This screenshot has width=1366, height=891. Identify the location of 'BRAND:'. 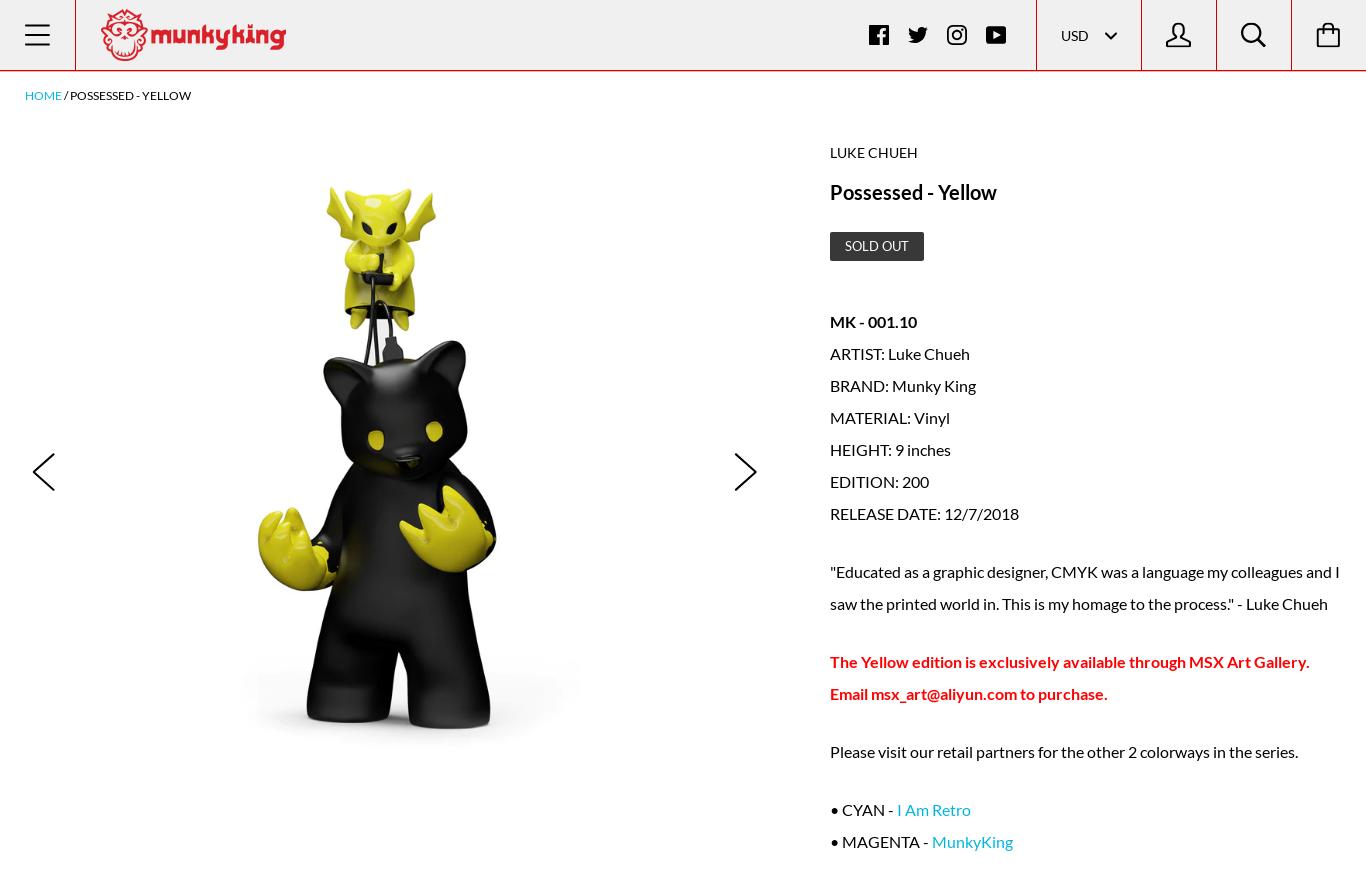
(859, 384).